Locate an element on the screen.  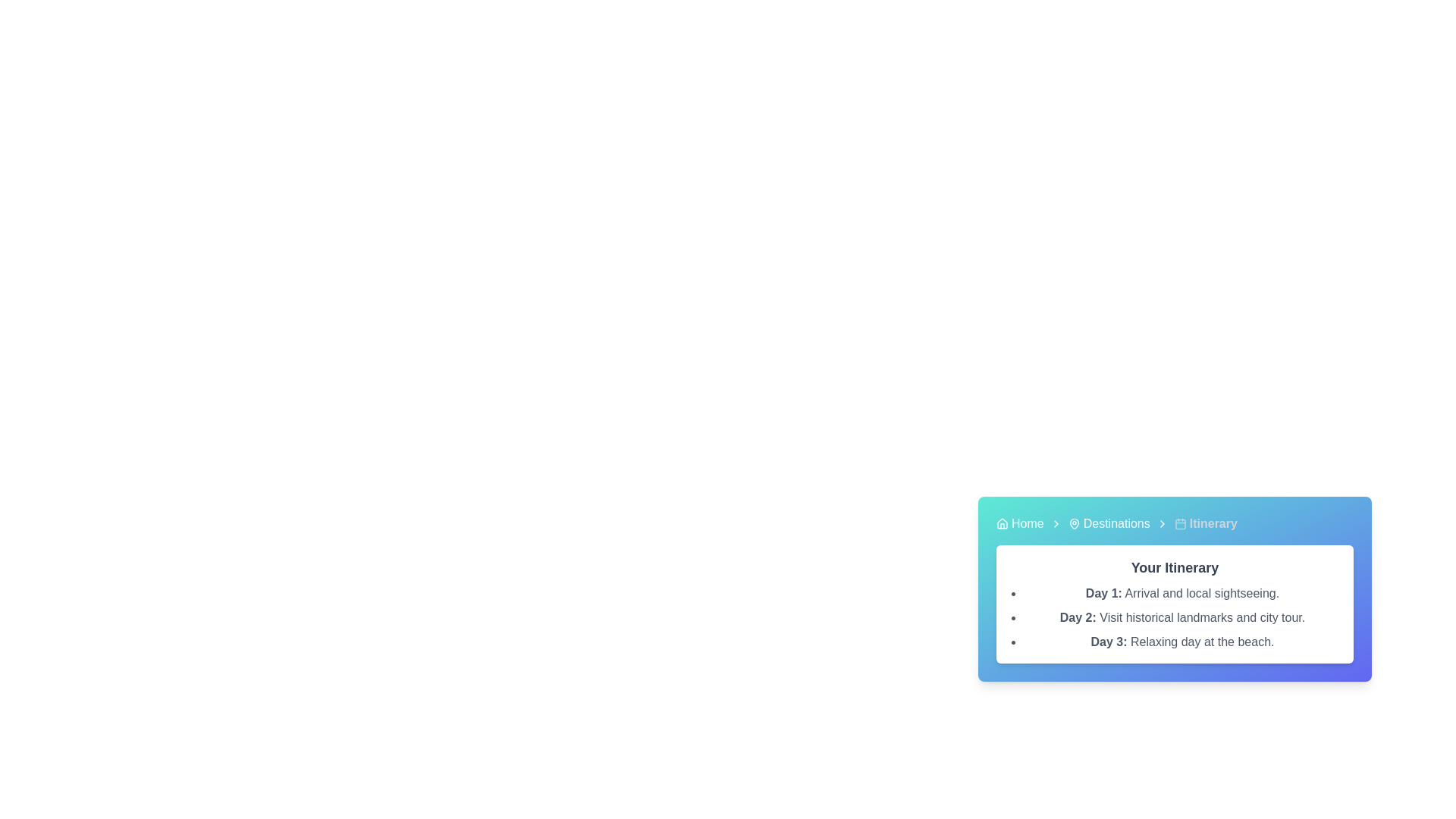
the 'Home' breadcrumb item, which consists of a house-shaped icon and the text 'Home' is located at coordinates (1020, 522).